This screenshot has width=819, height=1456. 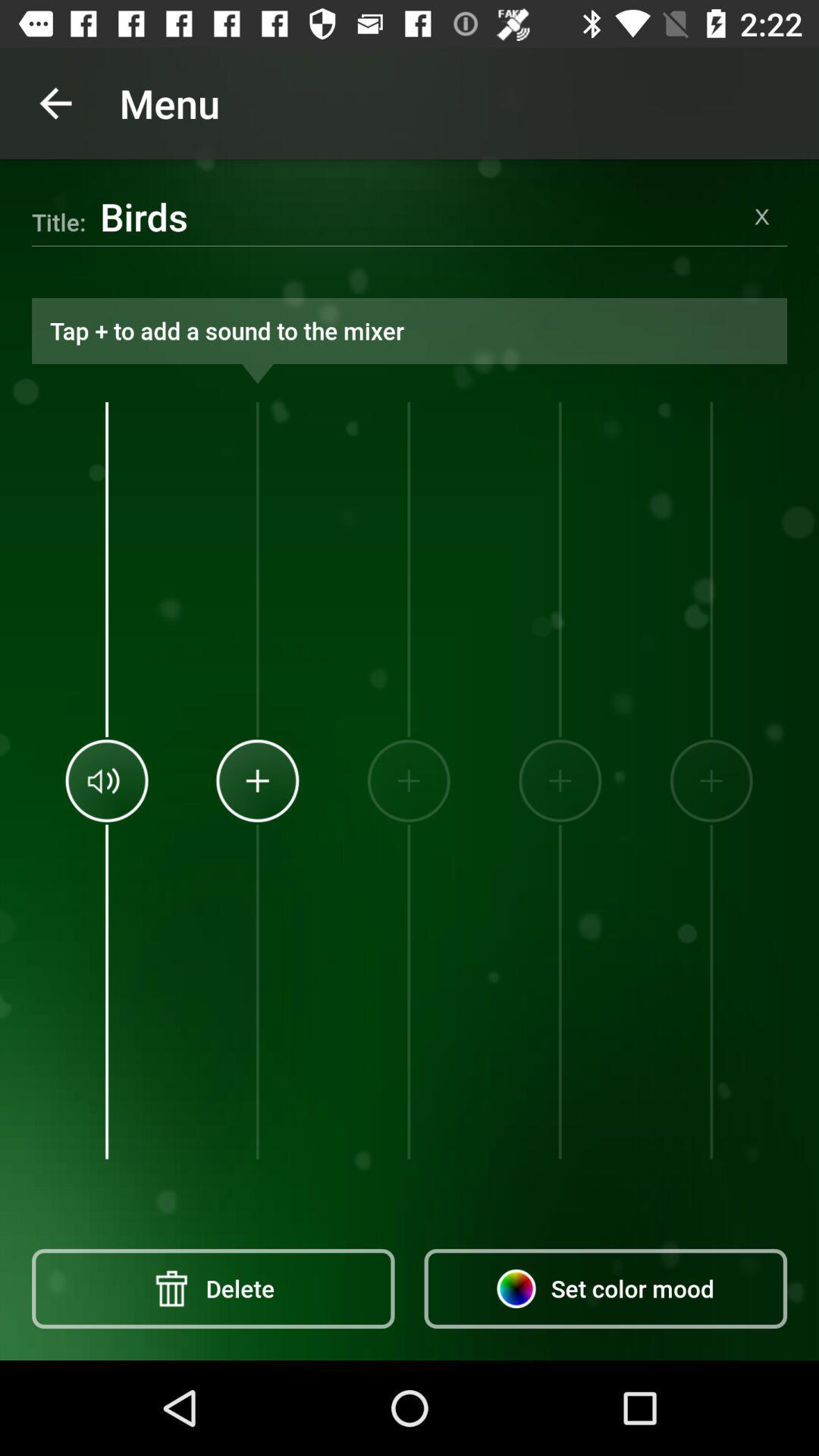 What do you see at coordinates (762, 215) in the screenshot?
I see `item at the top right corner` at bounding box center [762, 215].